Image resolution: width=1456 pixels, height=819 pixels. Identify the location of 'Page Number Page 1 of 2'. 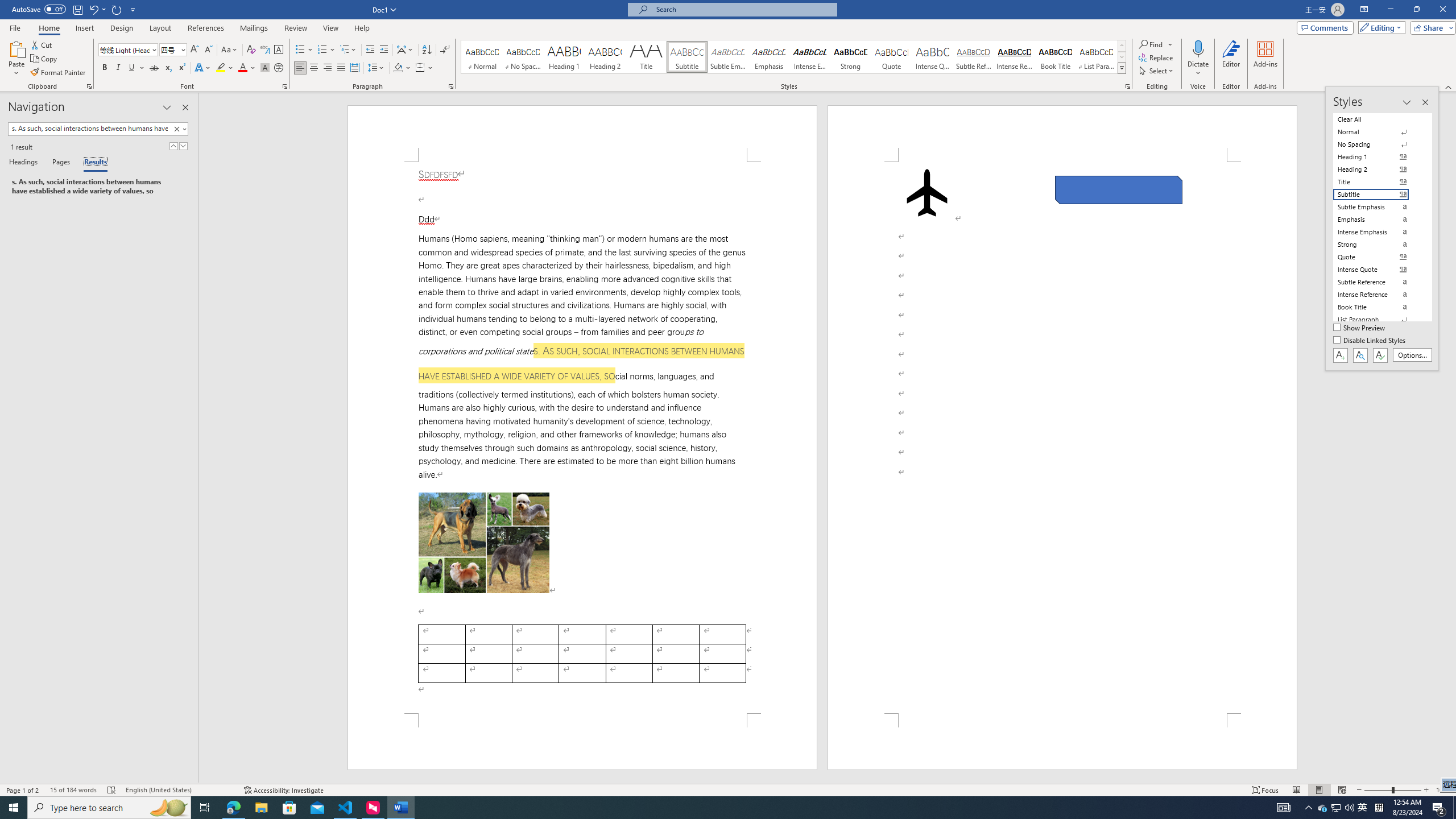
(23, 790).